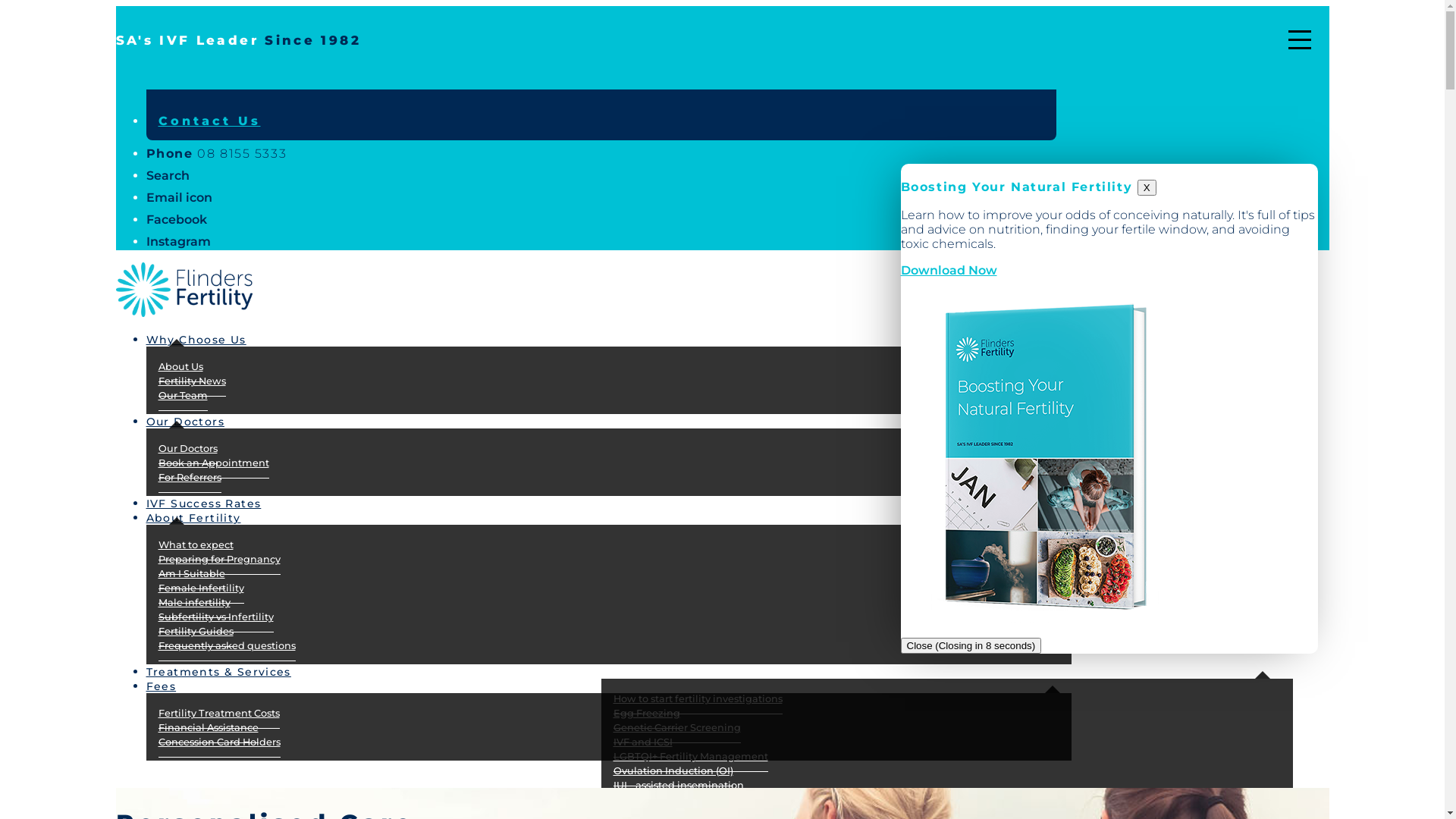  I want to click on 'Subfertility vs Infertility', so click(157, 617).